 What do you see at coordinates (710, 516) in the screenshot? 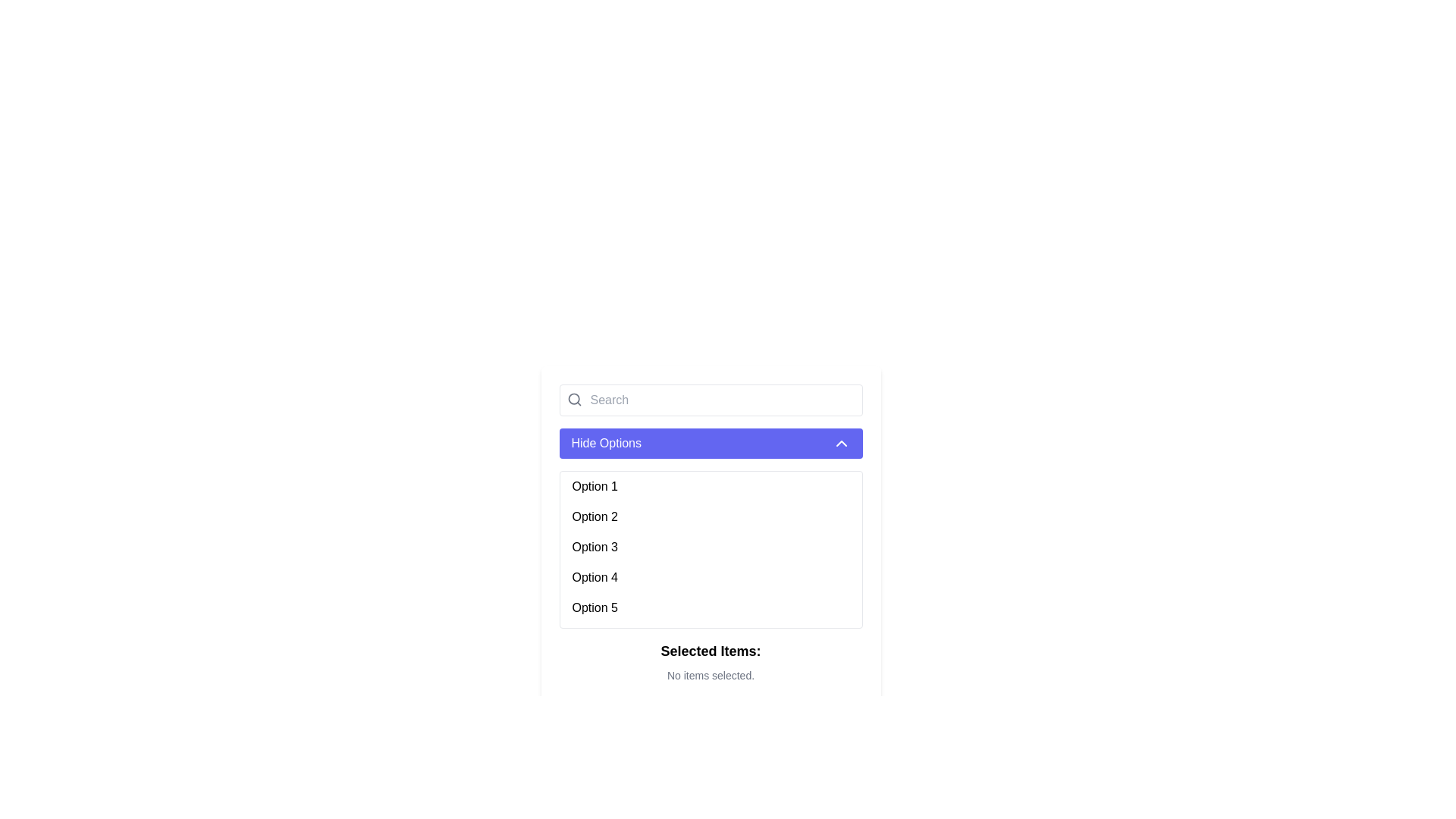
I see `the second option in the dropdown menu` at bounding box center [710, 516].